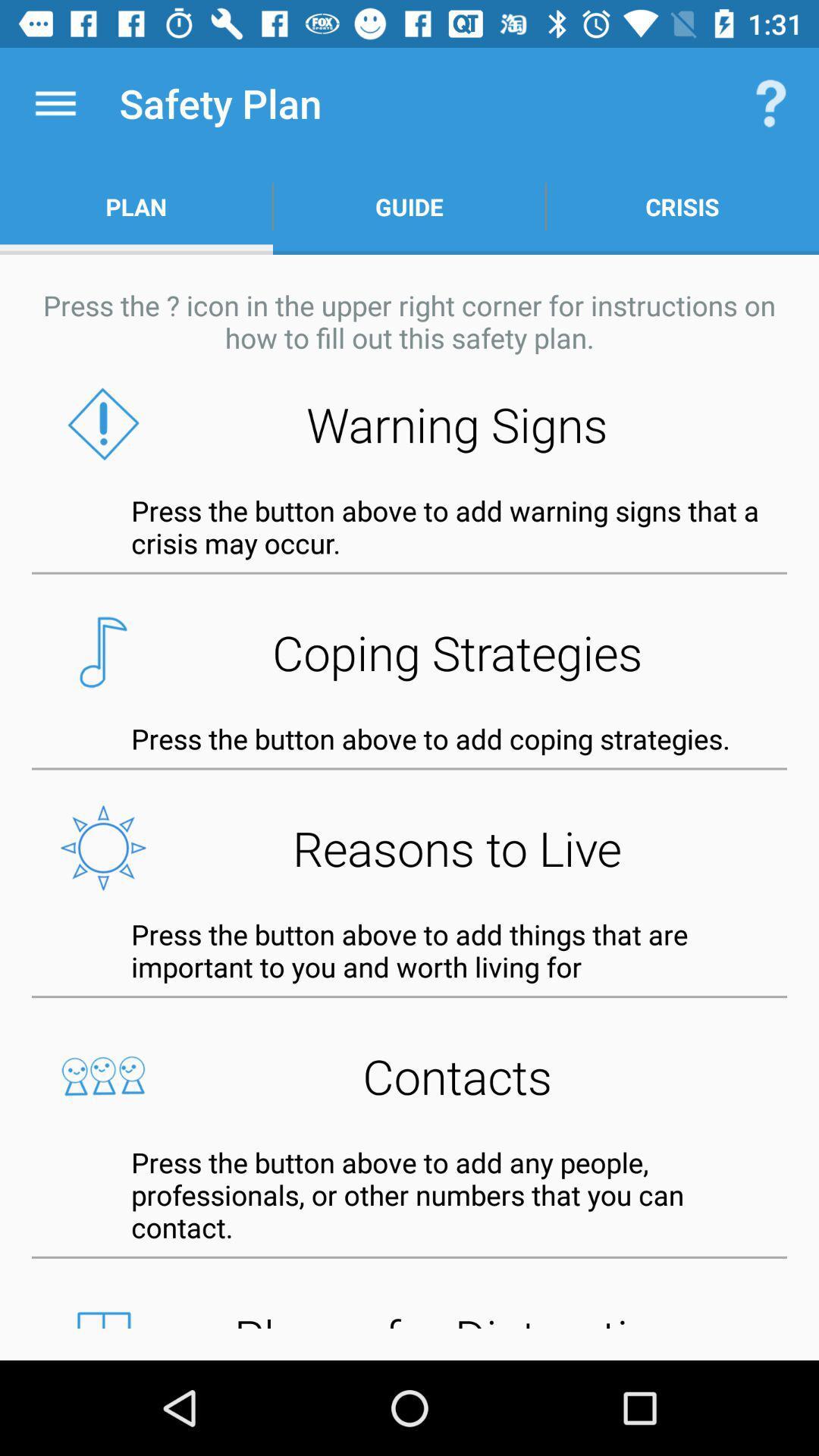 Image resolution: width=819 pixels, height=1456 pixels. I want to click on the app above press the button, so click(409, 1075).